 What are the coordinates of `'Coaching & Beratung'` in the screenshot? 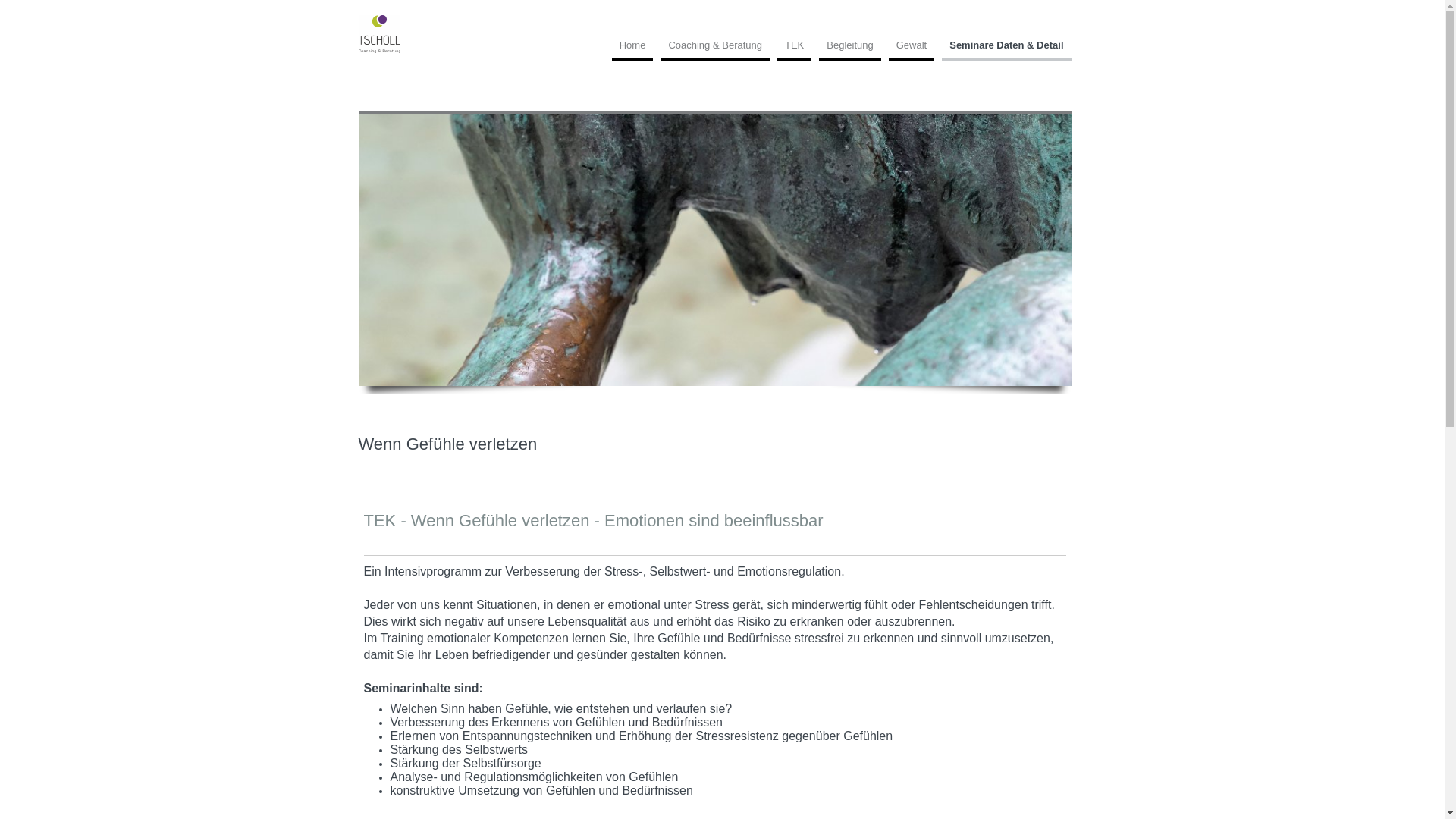 It's located at (714, 49).